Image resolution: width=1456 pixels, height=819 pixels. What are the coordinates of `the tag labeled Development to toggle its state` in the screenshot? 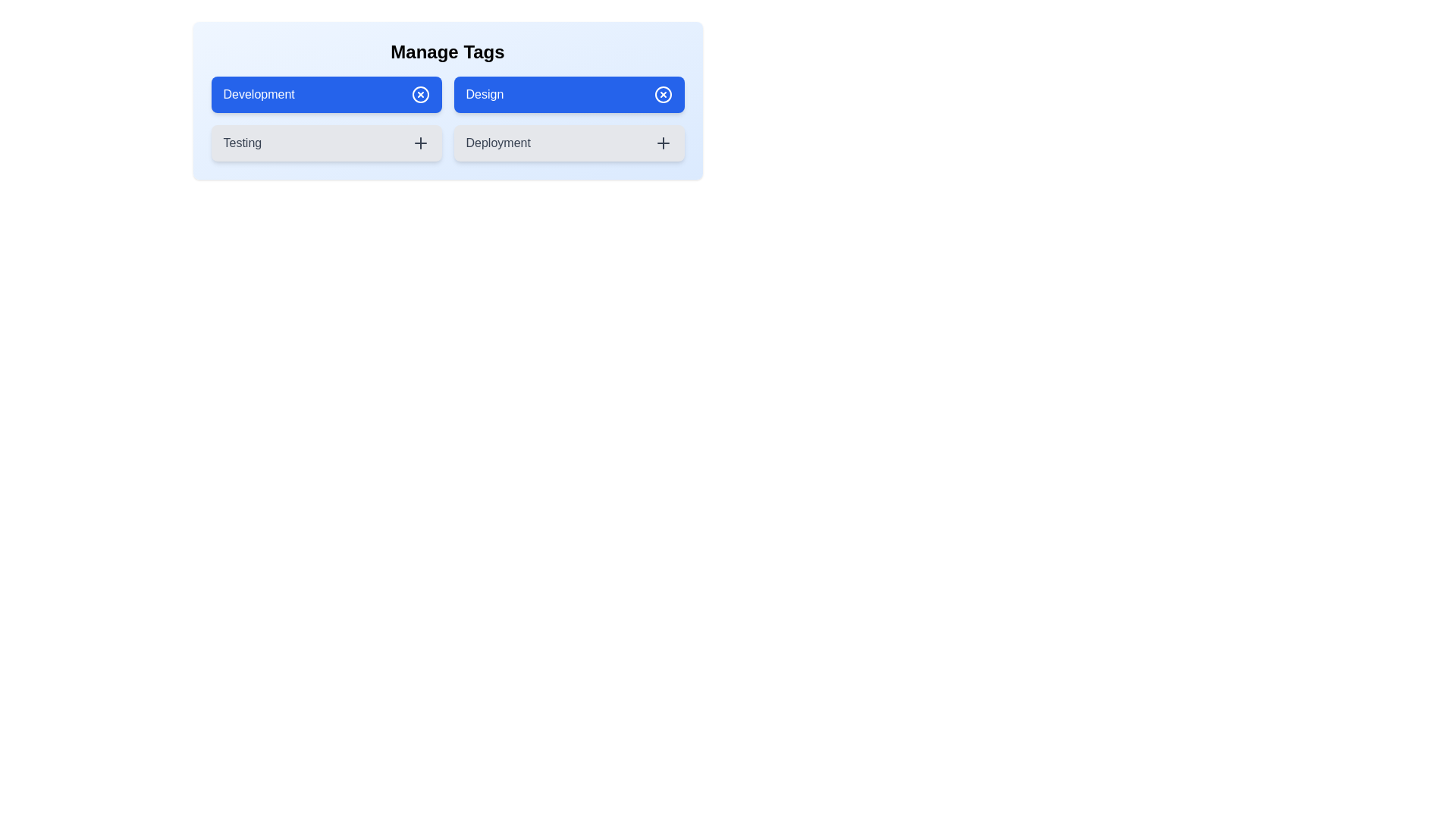 It's located at (325, 94).